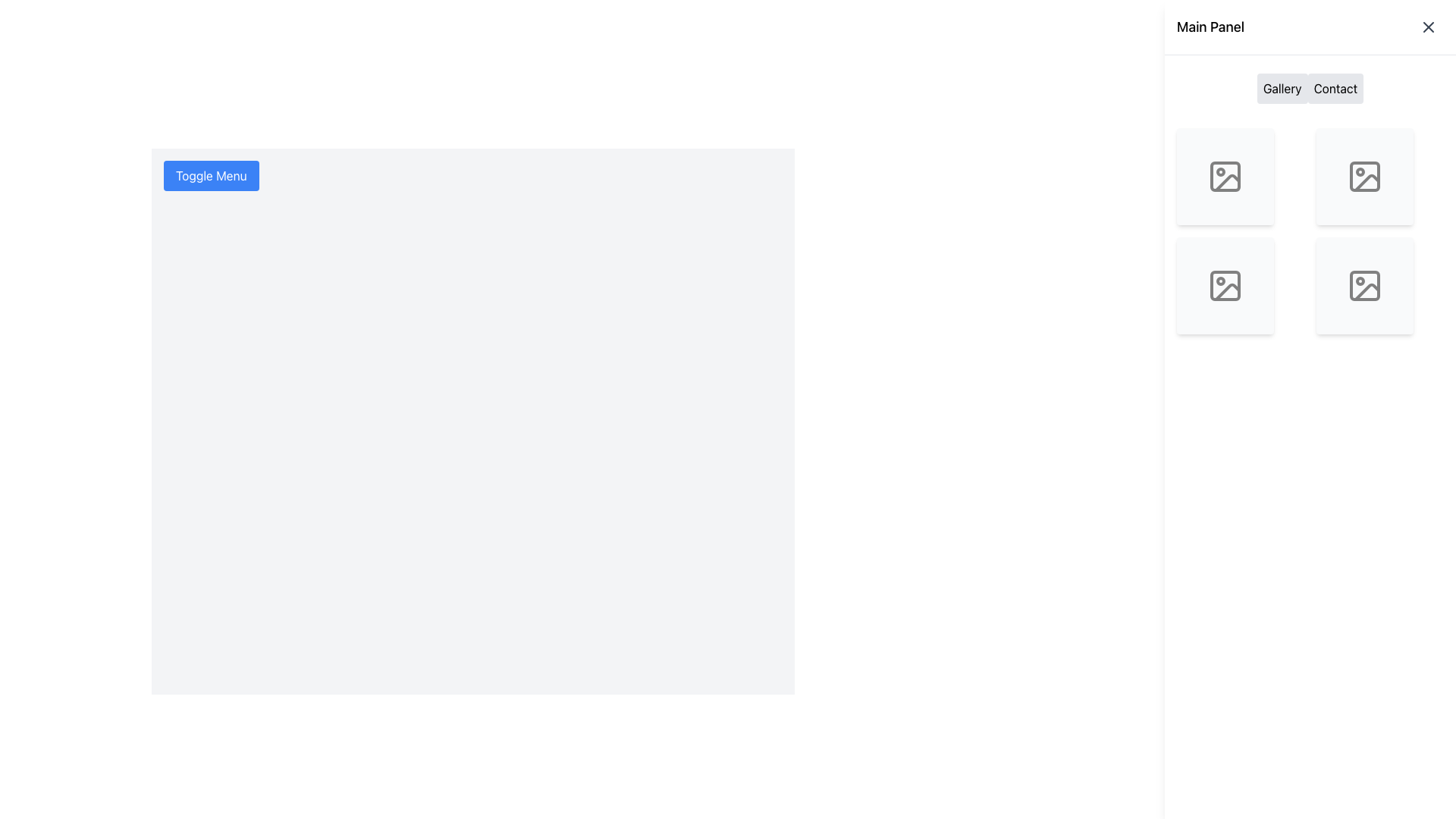 Image resolution: width=1456 pixels, height=819 pixels. What do you see at coordinates (1365, 175) in the screenshot?
I see `the icon element resembling an image symbol, located in the second column of the top row within a 2x2 grid in the 'Main Panel'` at bounding box center [1365, 175].